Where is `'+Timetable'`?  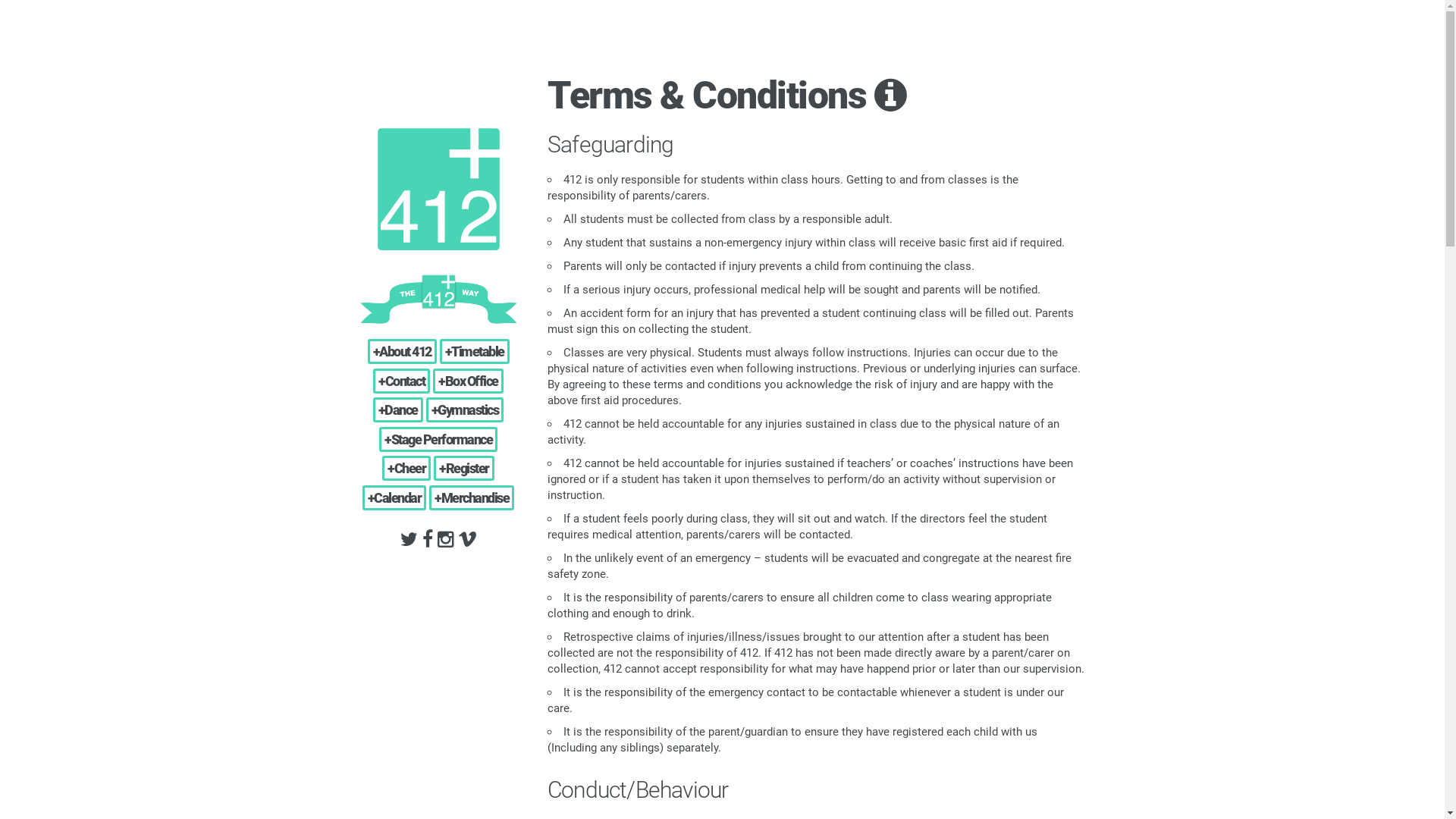 '+Timetable' is located at coordinates (473, 351).